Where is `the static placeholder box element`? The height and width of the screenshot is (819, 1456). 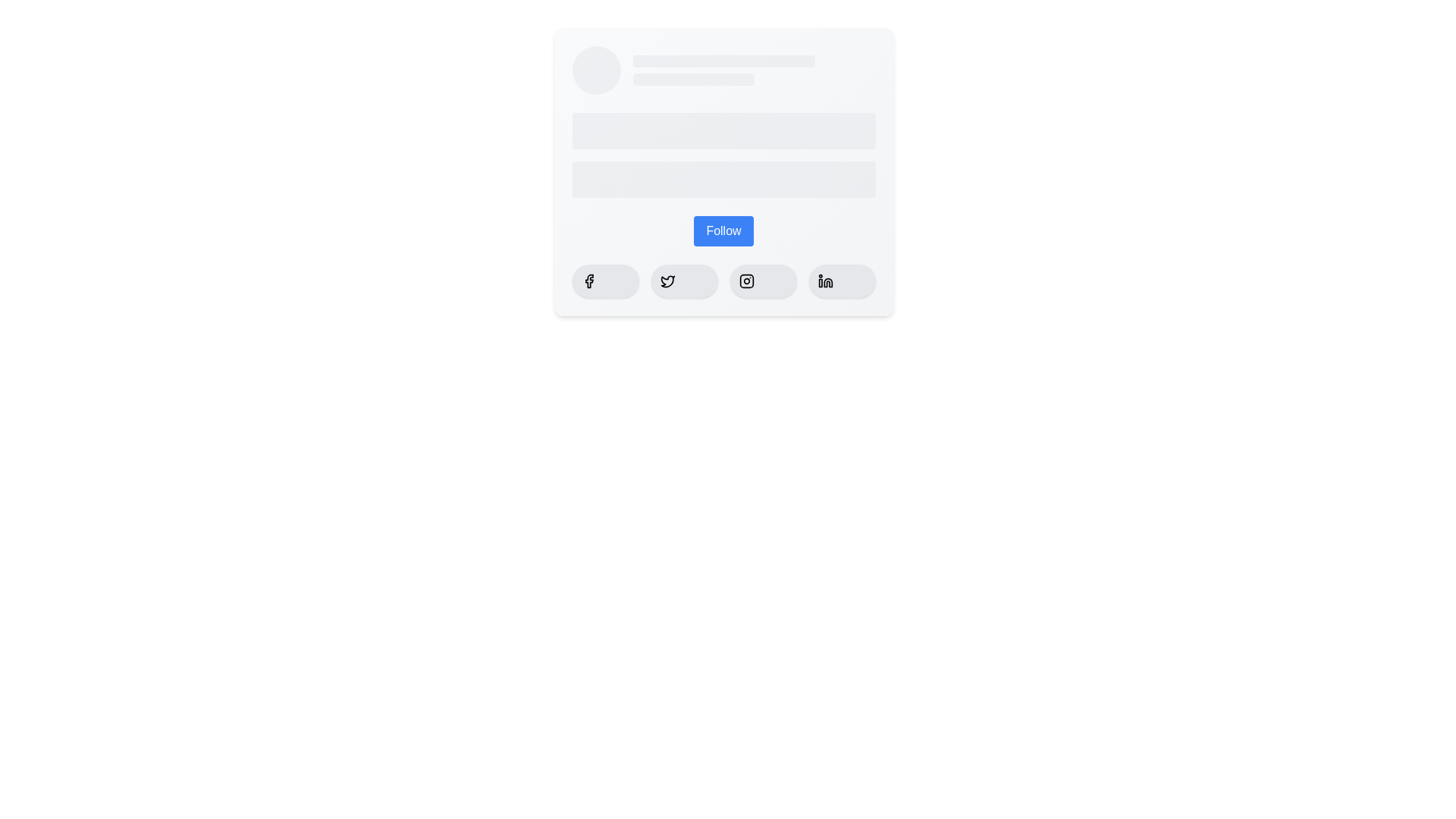
the static placeholder box element is located at coordinates (723, 61).